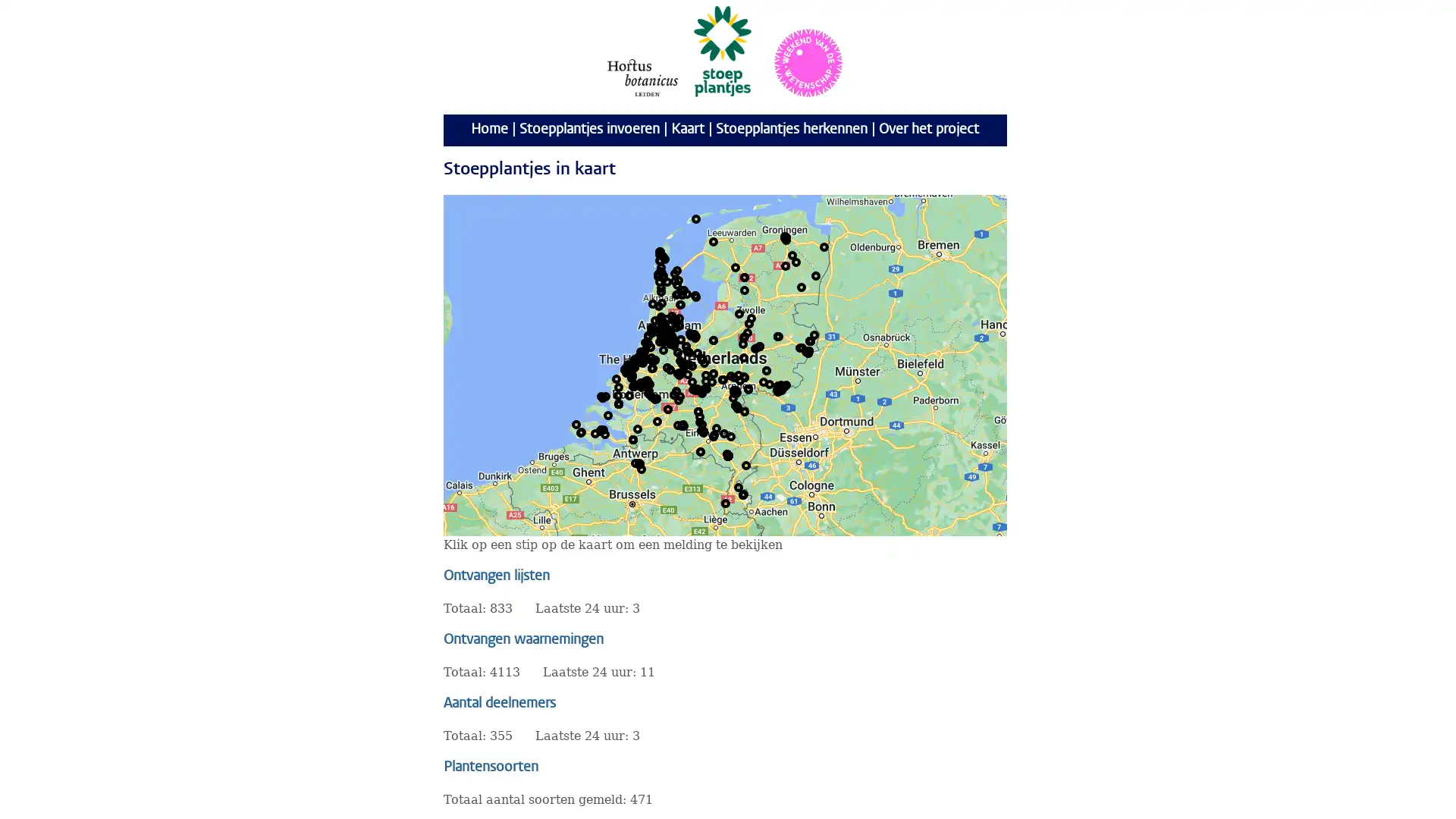 This screenshot has height=819, width=1456. Describe the element at coordinates (673, 394) in the screenshot. I see `Telling van op 30 oktober 2021` at that location.